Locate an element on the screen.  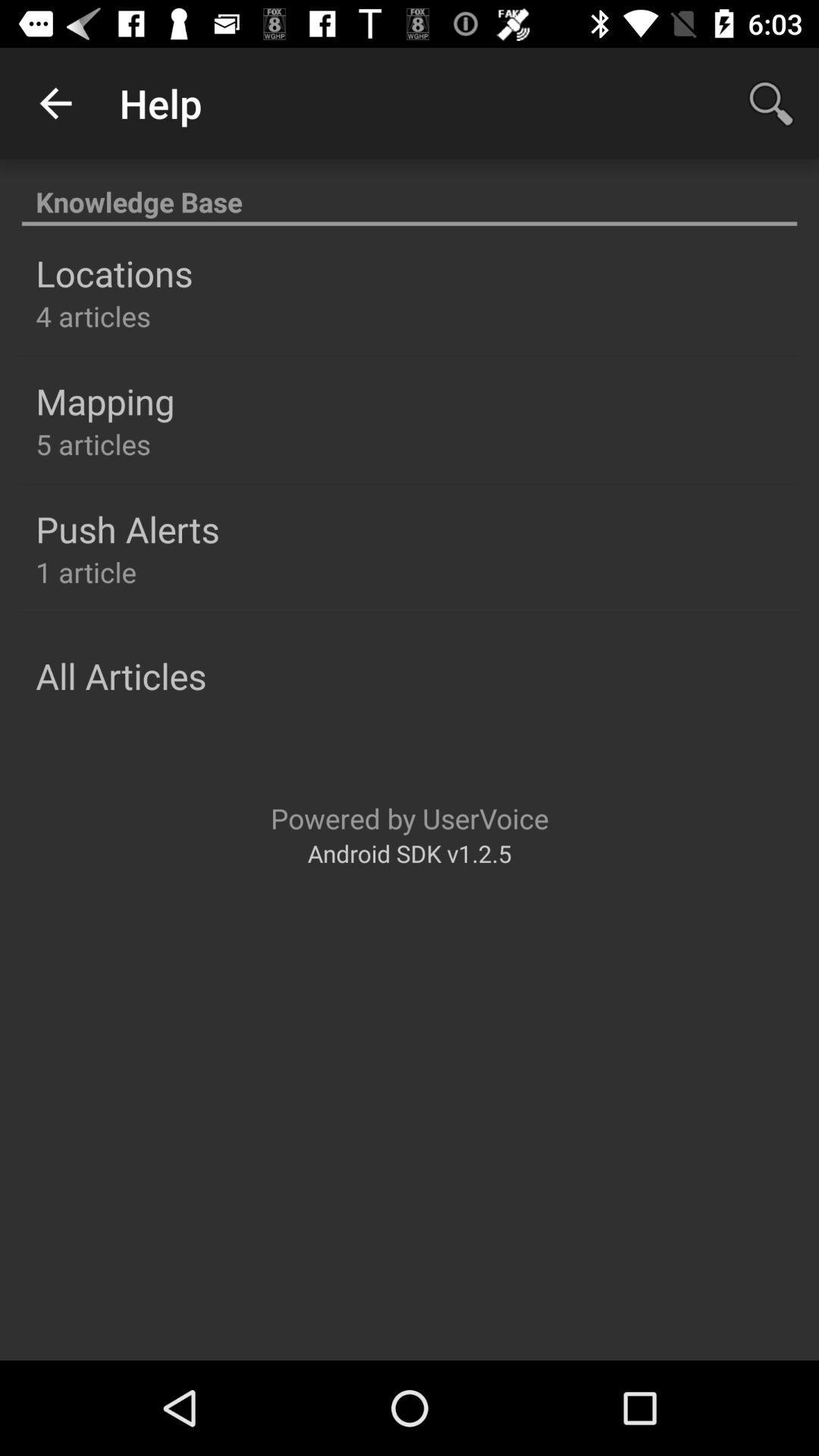
the icon above the 5 articles item is located at coordinates (104, 401).